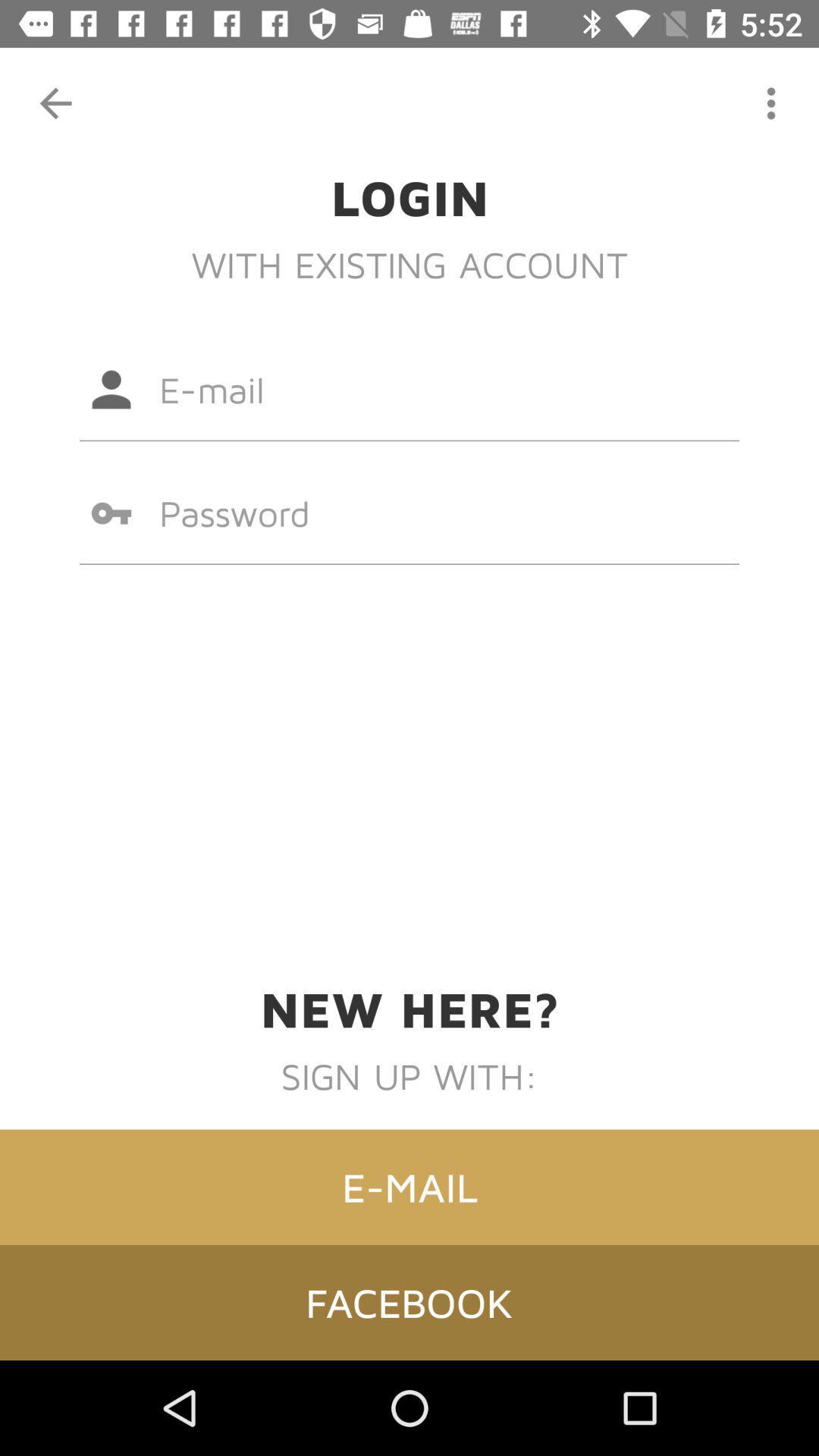 The image size is (819, 1456). Describe the element at coordinates (771, 102) in the screenshot. I see `the icon above the login item` at that location.